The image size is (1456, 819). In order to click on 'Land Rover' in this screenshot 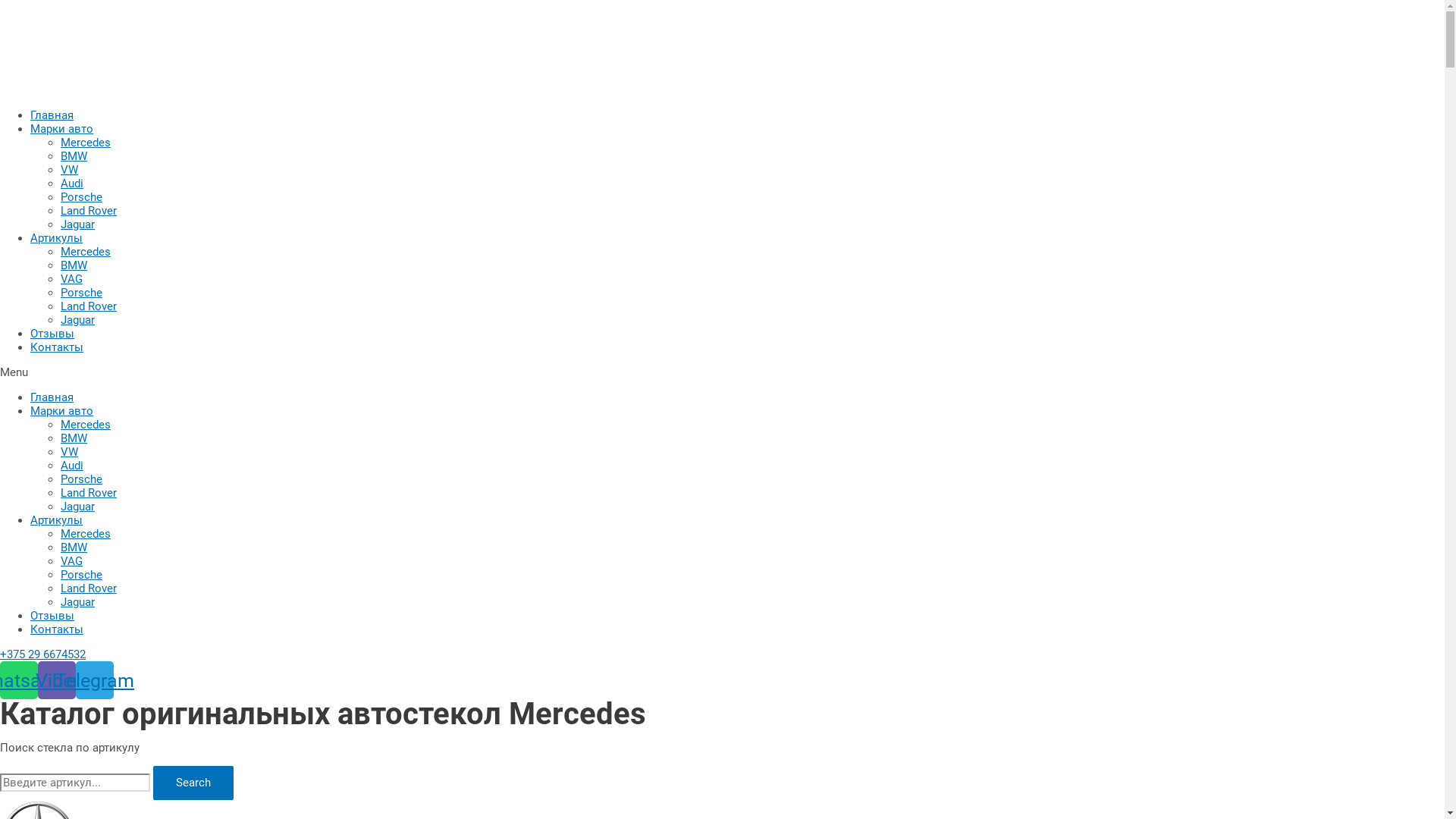, I will do `click(87, 306)`.